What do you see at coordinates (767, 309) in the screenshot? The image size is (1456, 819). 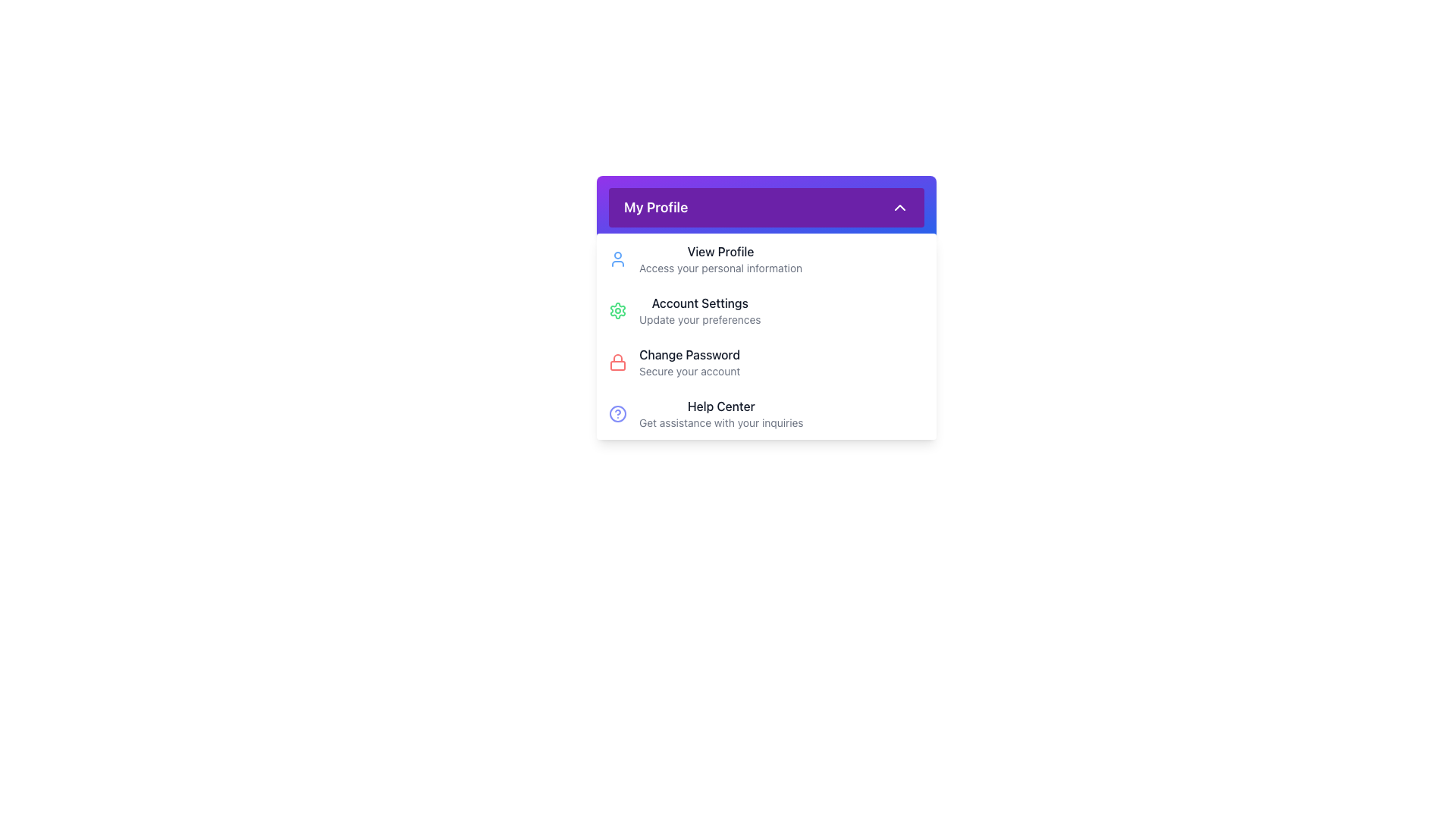 I see `the 'Account Settings' button, which is the second item in the 'My Profile' dropdown menu` at bounding box center [767, 309].